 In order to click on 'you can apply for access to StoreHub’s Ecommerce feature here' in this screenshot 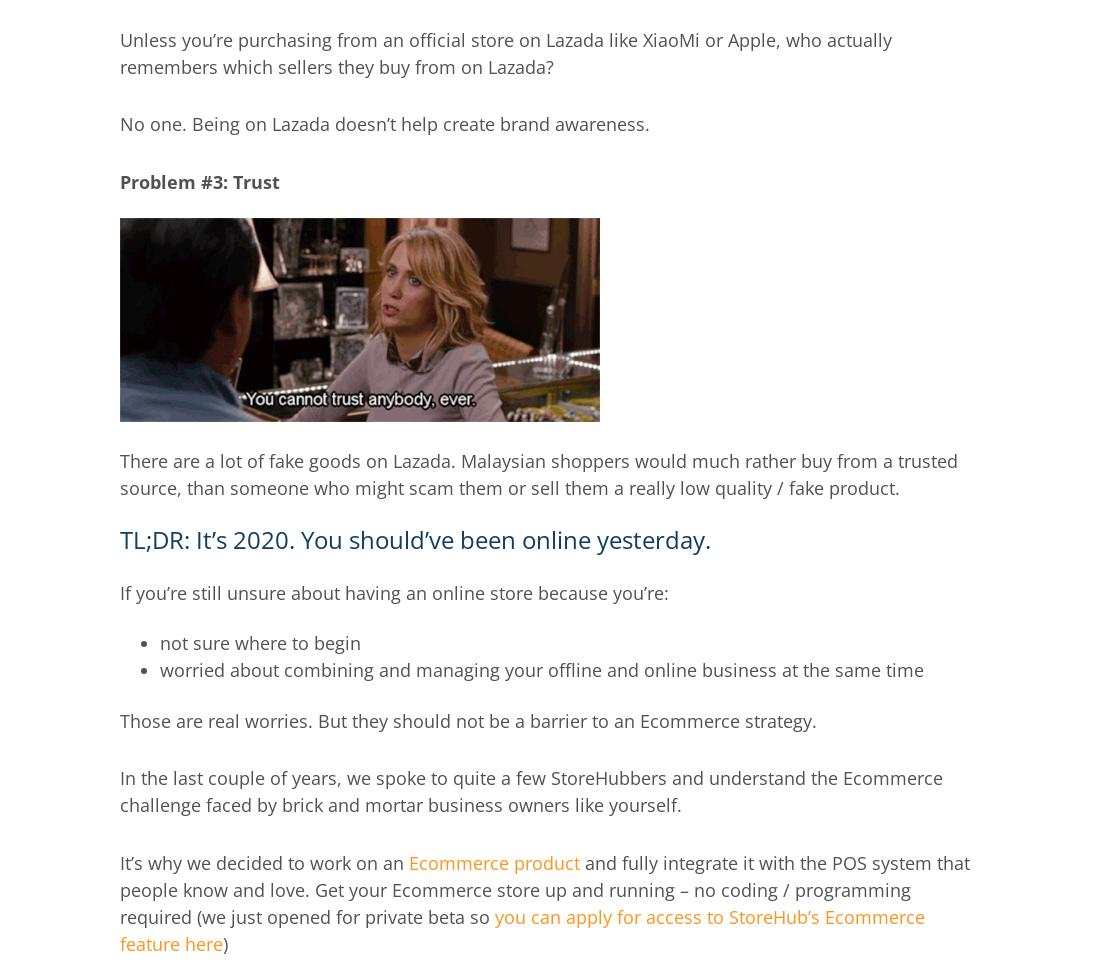, I will do `click(521, 928)`.